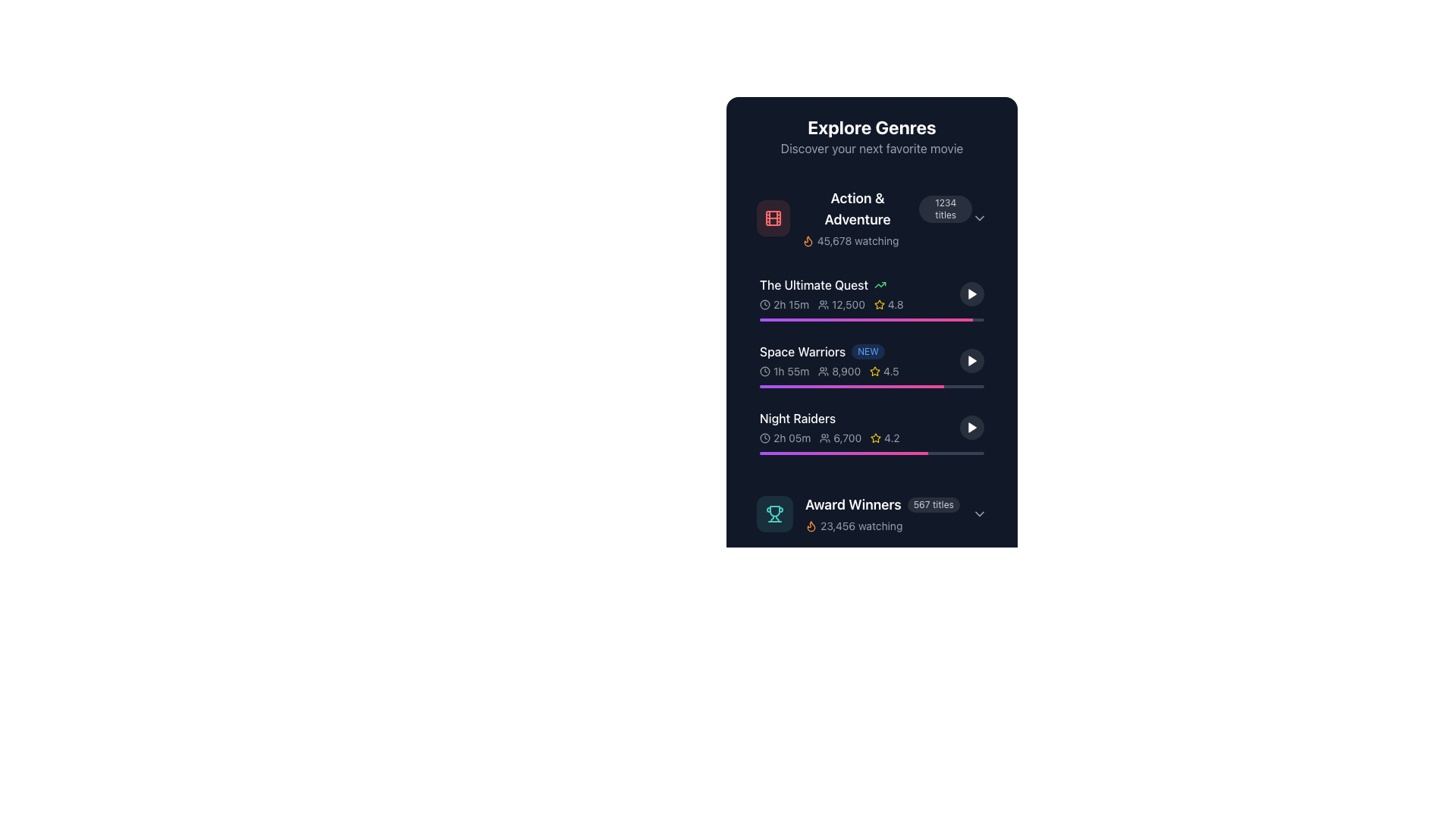 This screenshot has width=1456, height=819. Describe the element at coordinates (872, 218) in the screenshot. I see `the 'Action & Adventure' category selection button located at the top of the 'Explore Genres' list` at that location.